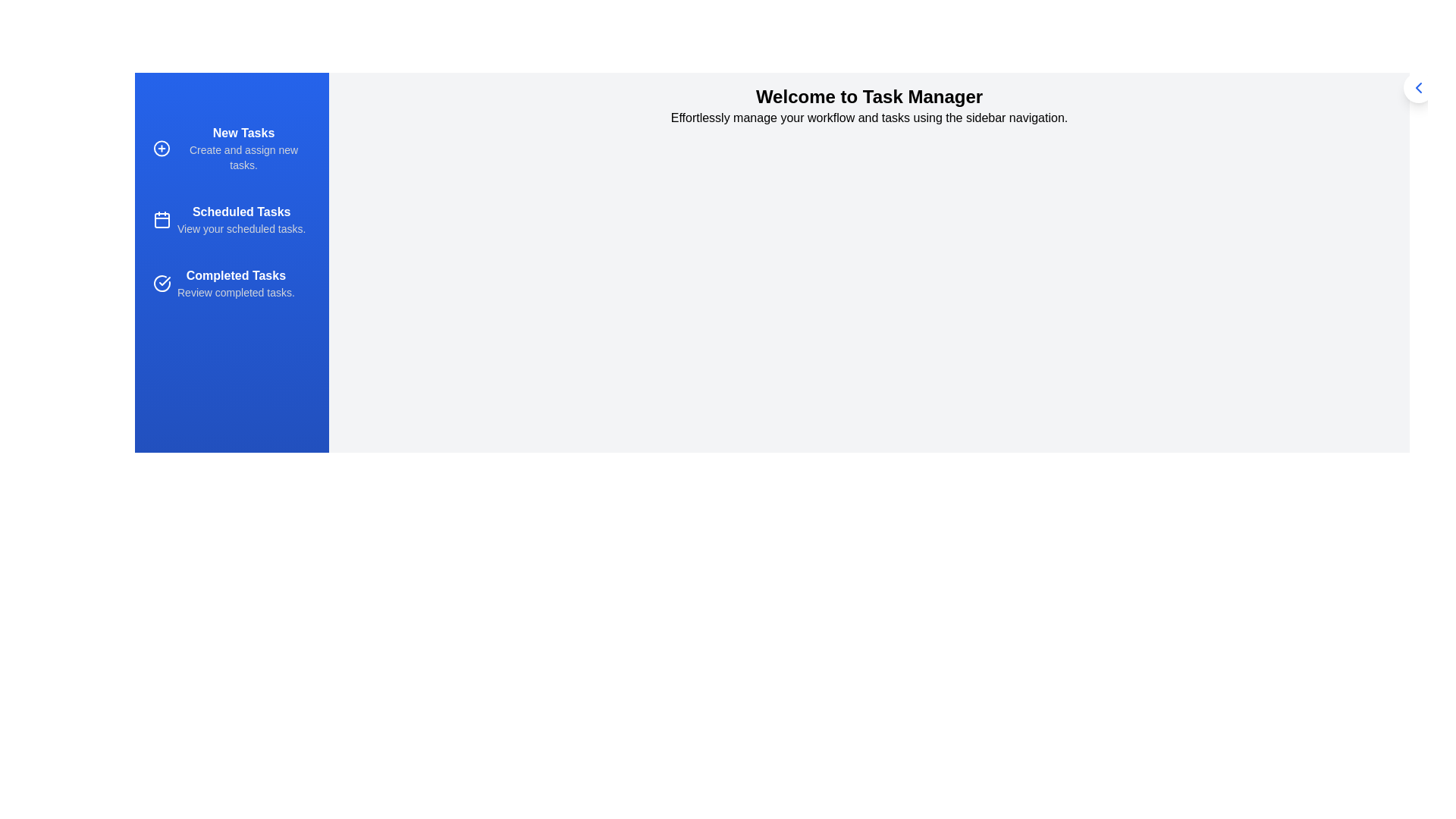 This screenshot has width=1456, height=819. Describe the element at coordinates (231, 284) in the screenshot. I see `the 'Completed Tasks' item in the sidebar` at that location.